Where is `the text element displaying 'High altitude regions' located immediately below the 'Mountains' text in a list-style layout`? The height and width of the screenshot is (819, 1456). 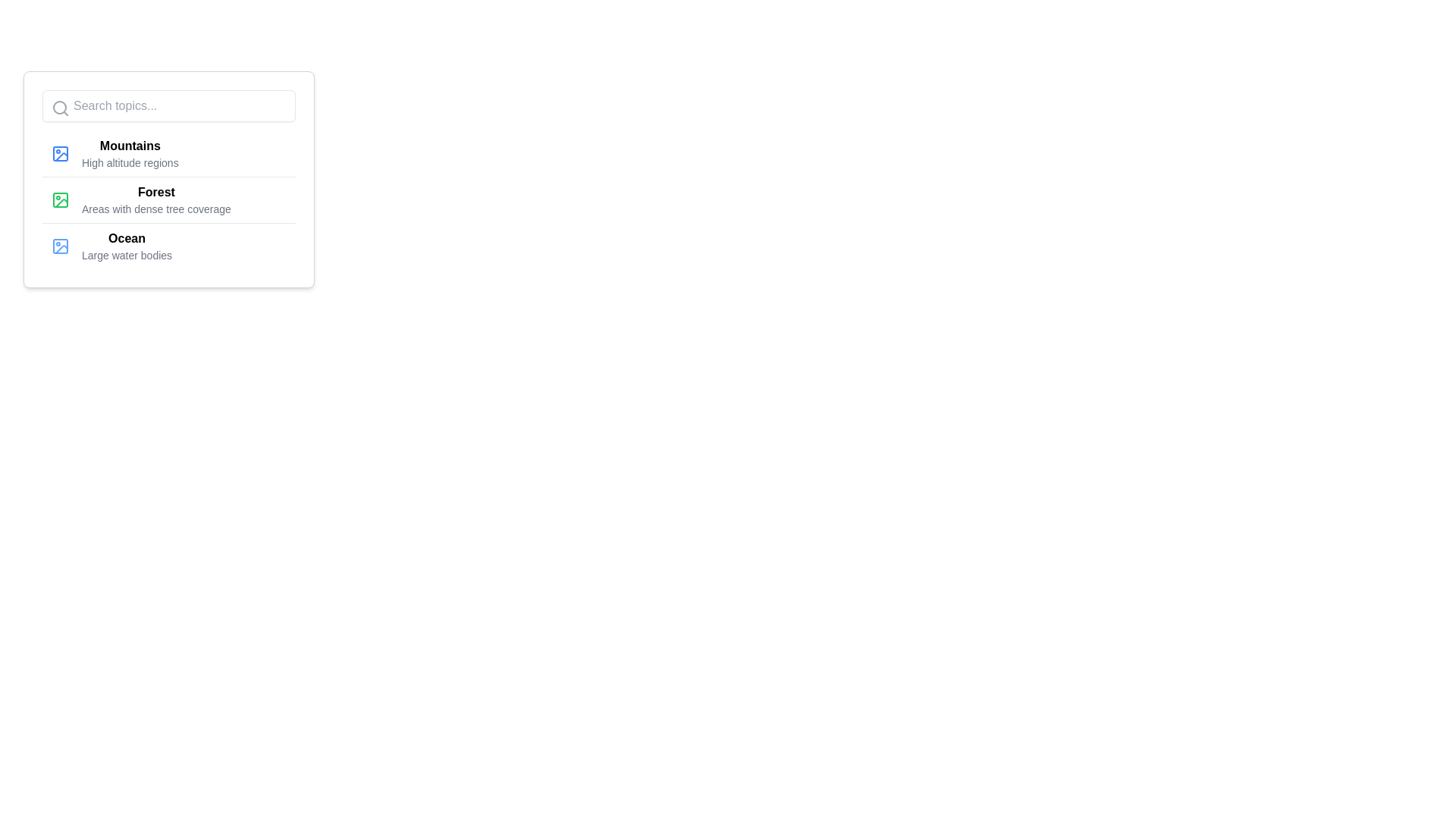
the text element displaying 'High altitude regions' located immediately below the 'Mountains' text in a list-style layout is located at coordinates (130, 163).